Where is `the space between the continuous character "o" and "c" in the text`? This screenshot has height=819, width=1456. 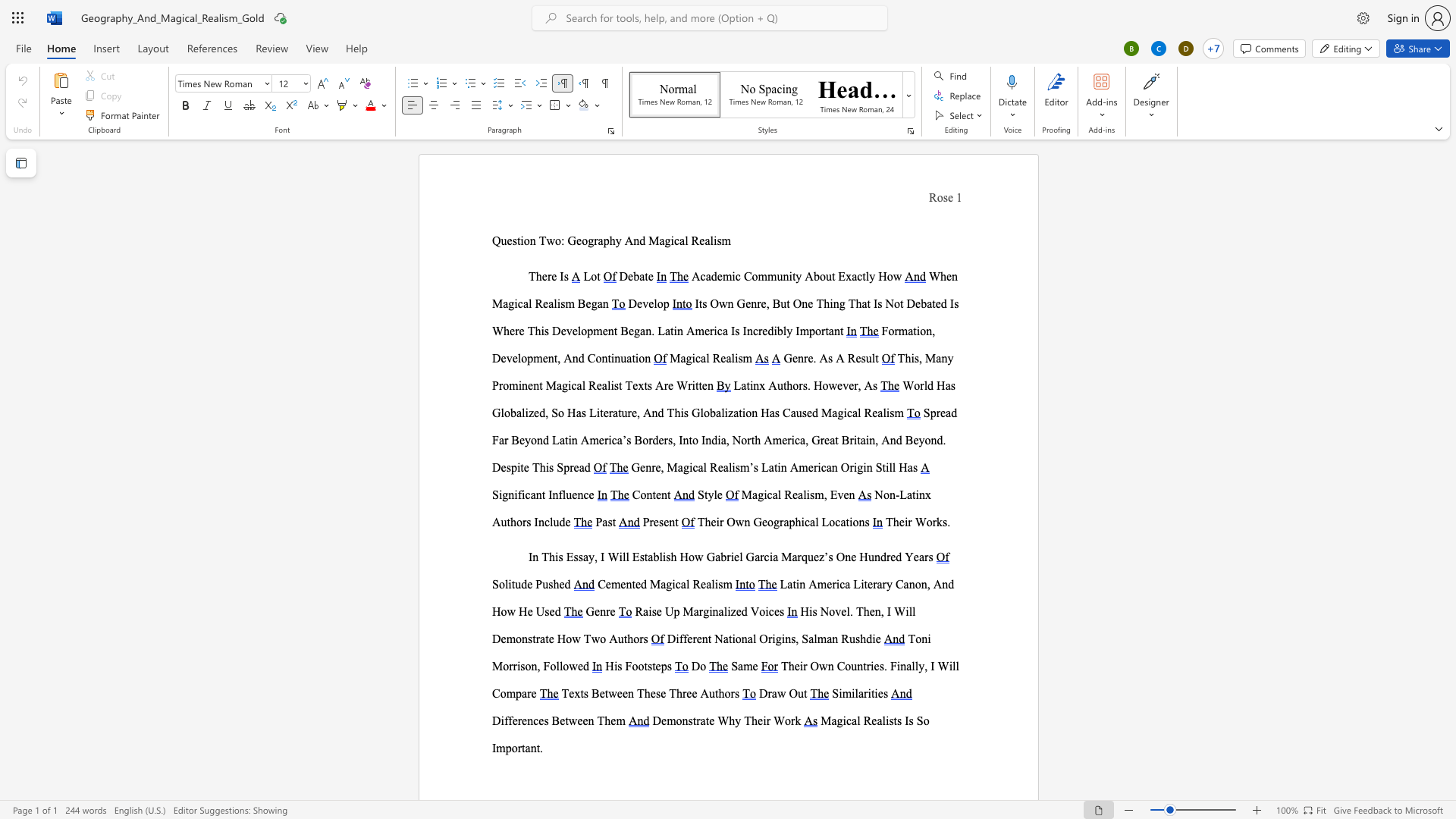
the space between the continuous character "o" and "c" in the text is located at coordinates (834, 521).